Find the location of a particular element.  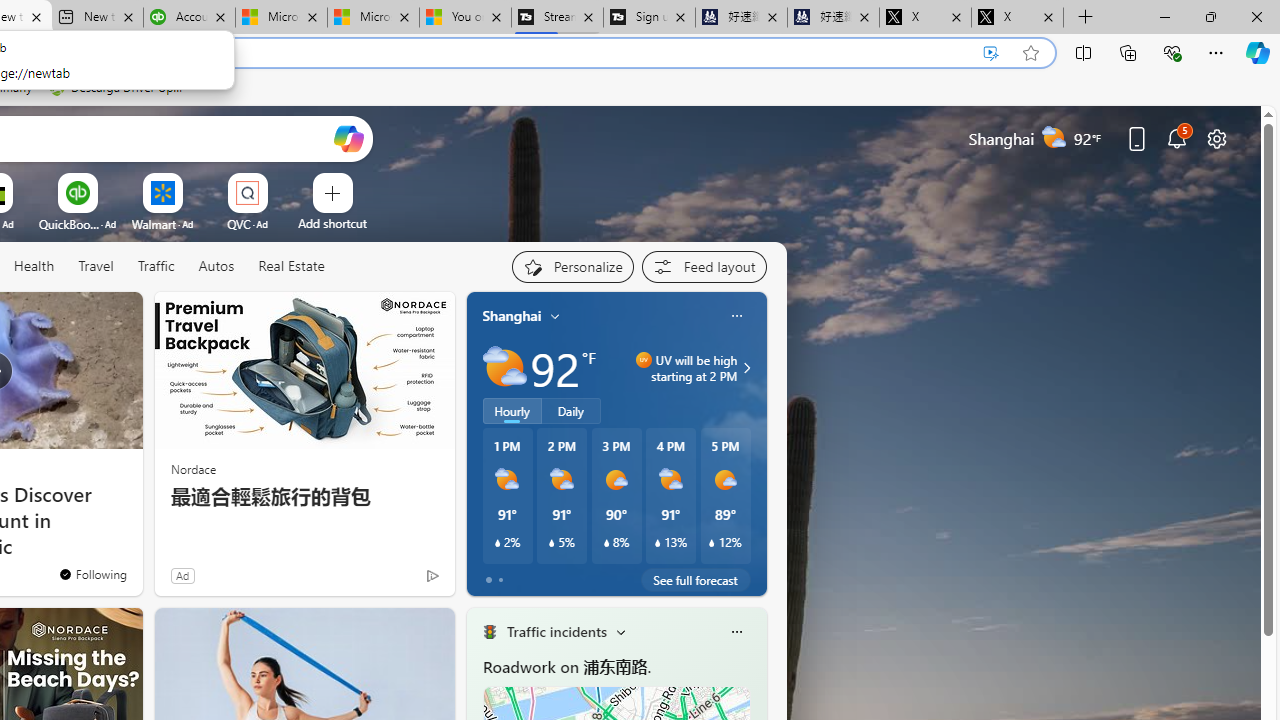

'Travel' is located at coordinates (95, 266).